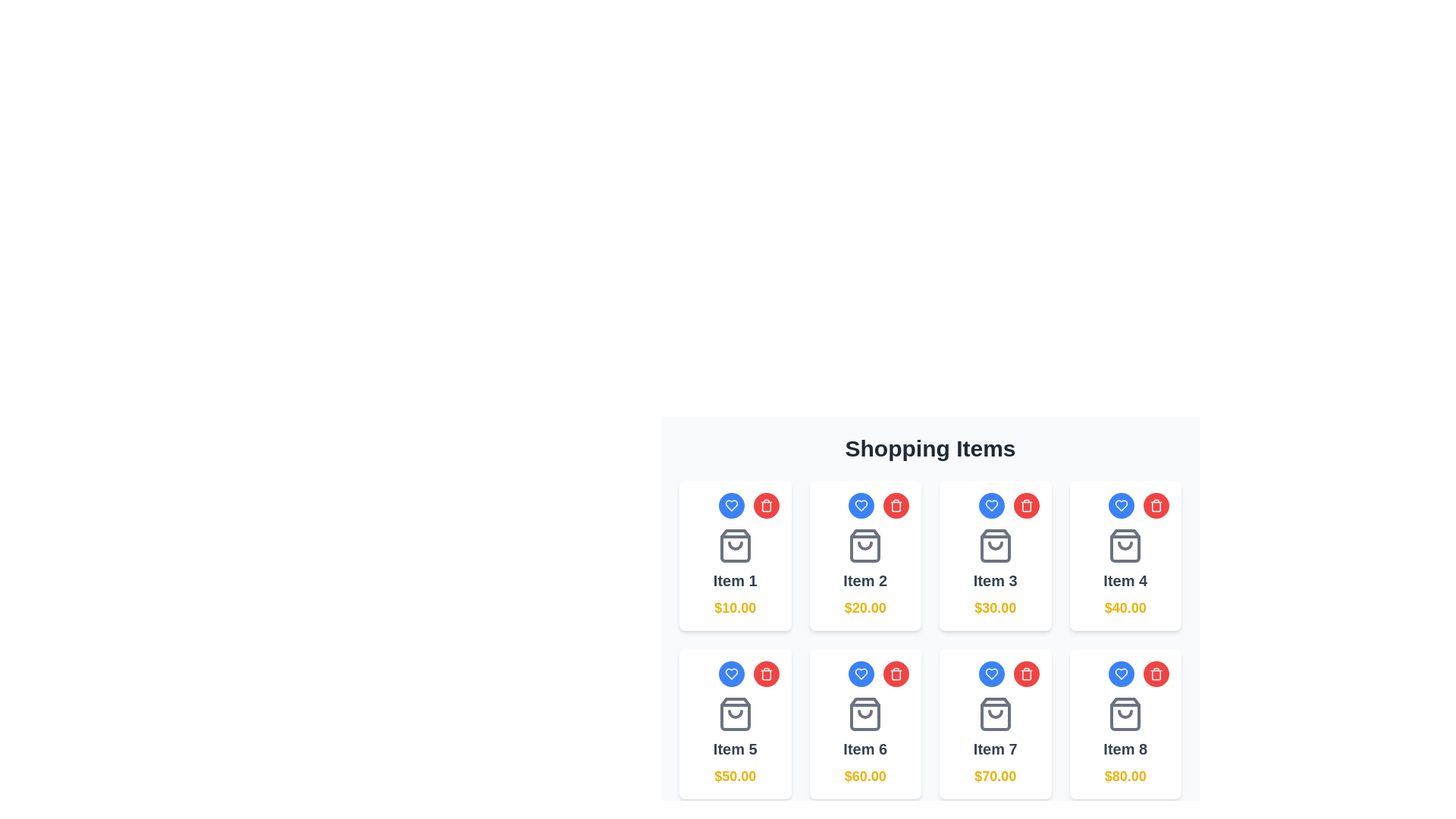 This screenshot has height=819, width=1456. I want to click on the third card in the grid layout, which features a white background, rounded corners, and a centered shopping bag icon, so click(995, 555).